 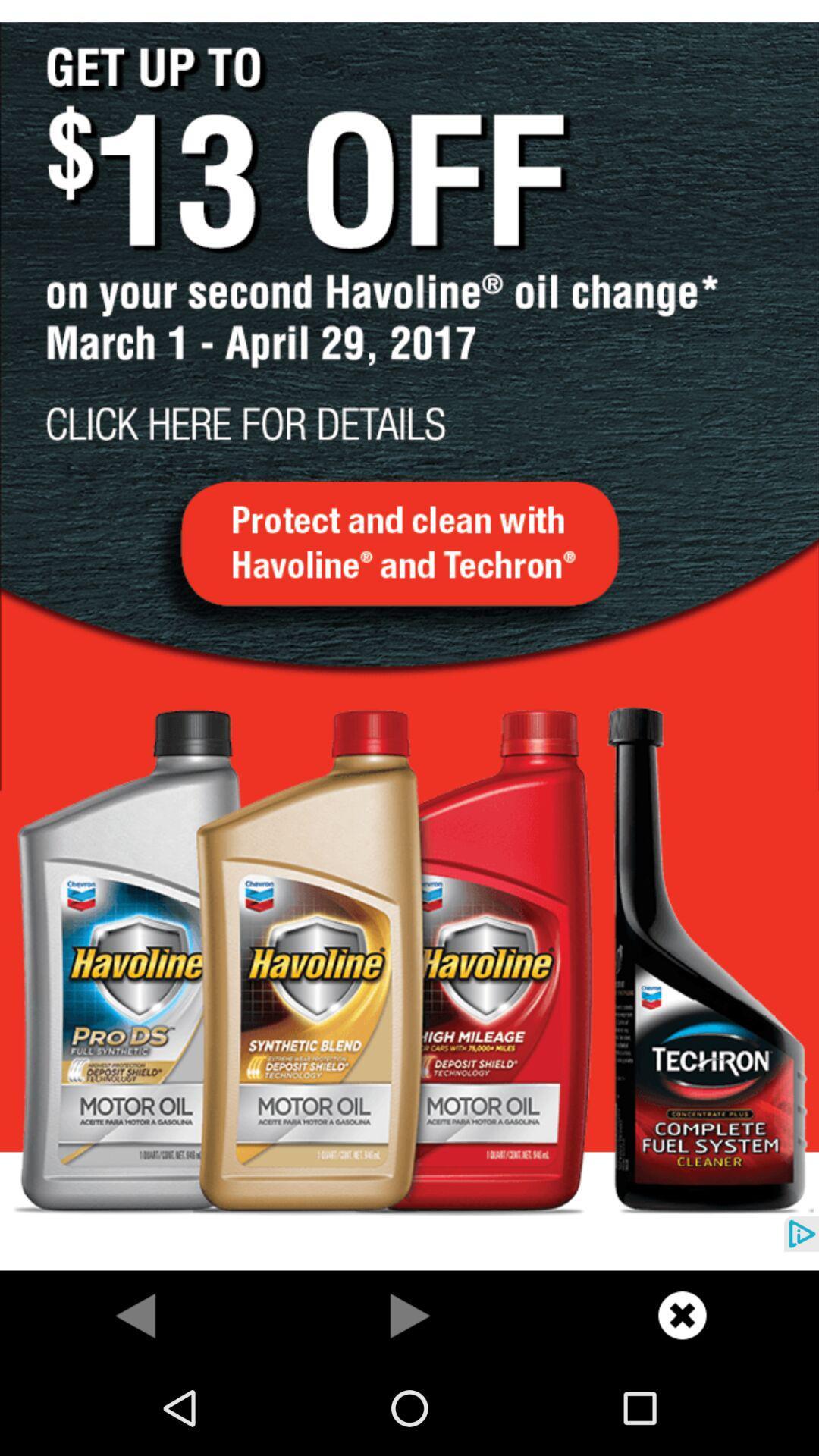 I want to click on previous, so click(x=409, y=1314).